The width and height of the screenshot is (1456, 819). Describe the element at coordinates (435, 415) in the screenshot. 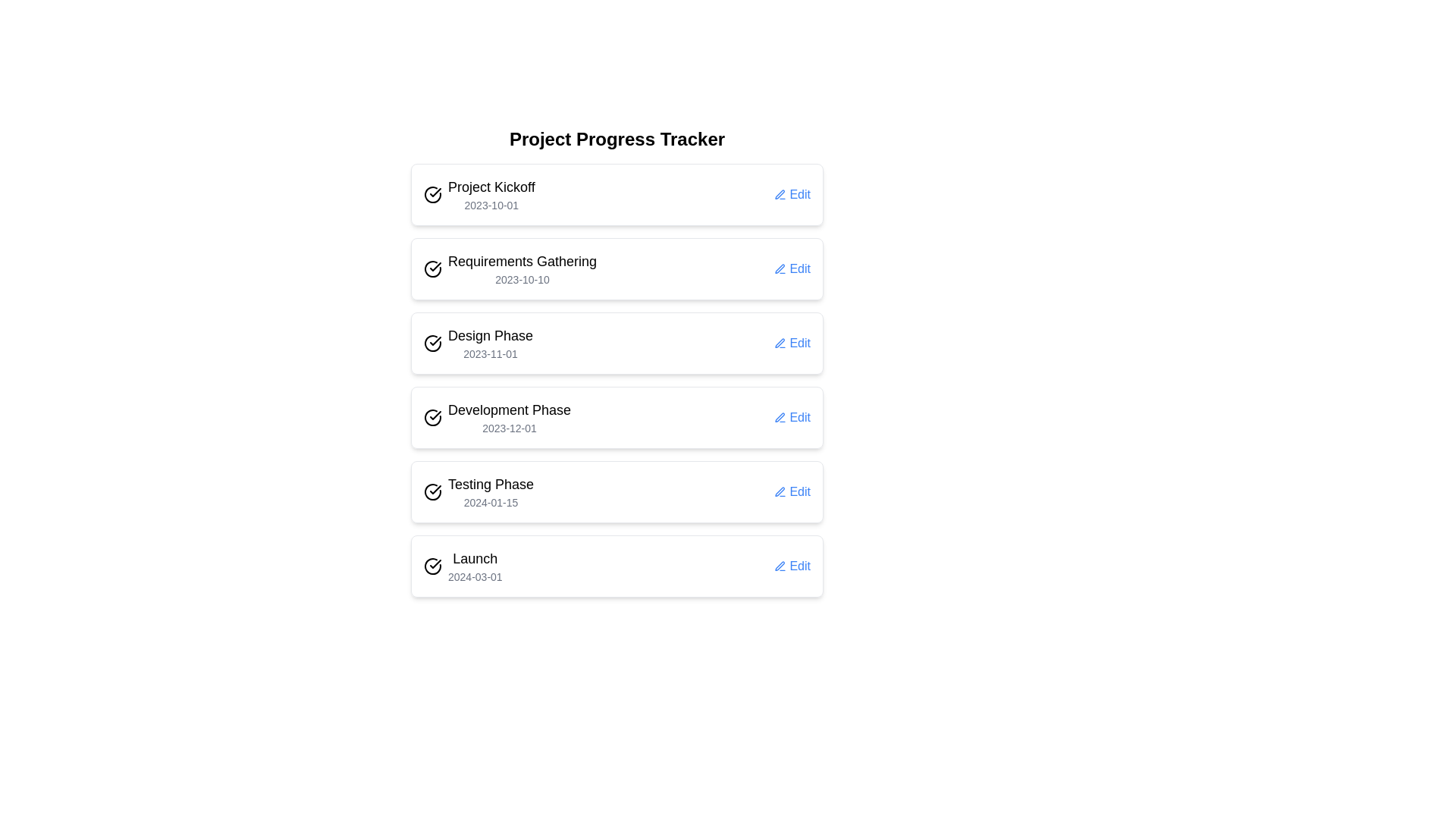

I see `the checkmark icon located to the left of the 'Development Phase' text, which indicates that the associated step is completed` at that location.